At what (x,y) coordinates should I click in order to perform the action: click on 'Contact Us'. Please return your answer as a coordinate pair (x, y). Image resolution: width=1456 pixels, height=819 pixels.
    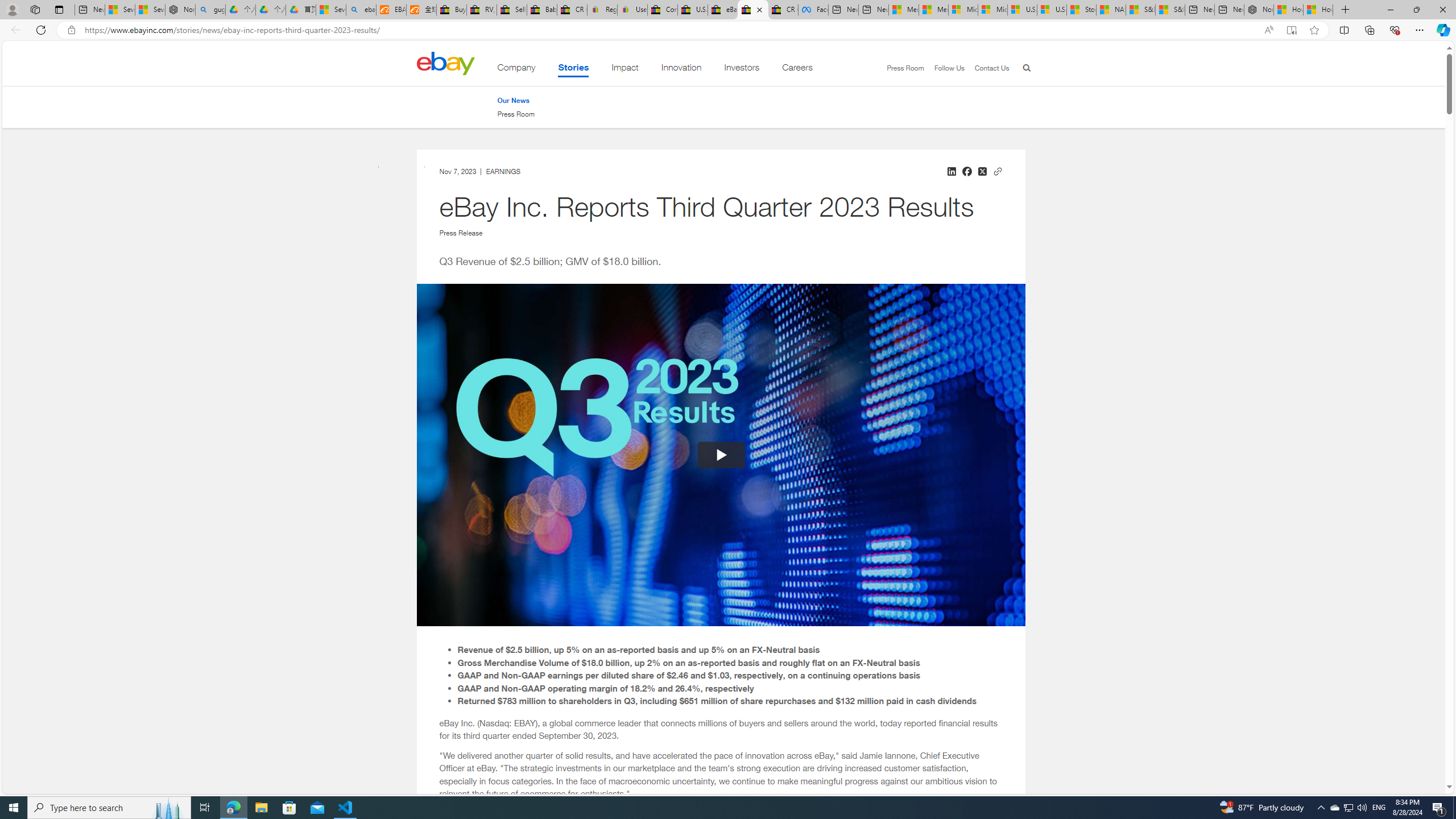
    Looking at the image, I should click on (991, 67).